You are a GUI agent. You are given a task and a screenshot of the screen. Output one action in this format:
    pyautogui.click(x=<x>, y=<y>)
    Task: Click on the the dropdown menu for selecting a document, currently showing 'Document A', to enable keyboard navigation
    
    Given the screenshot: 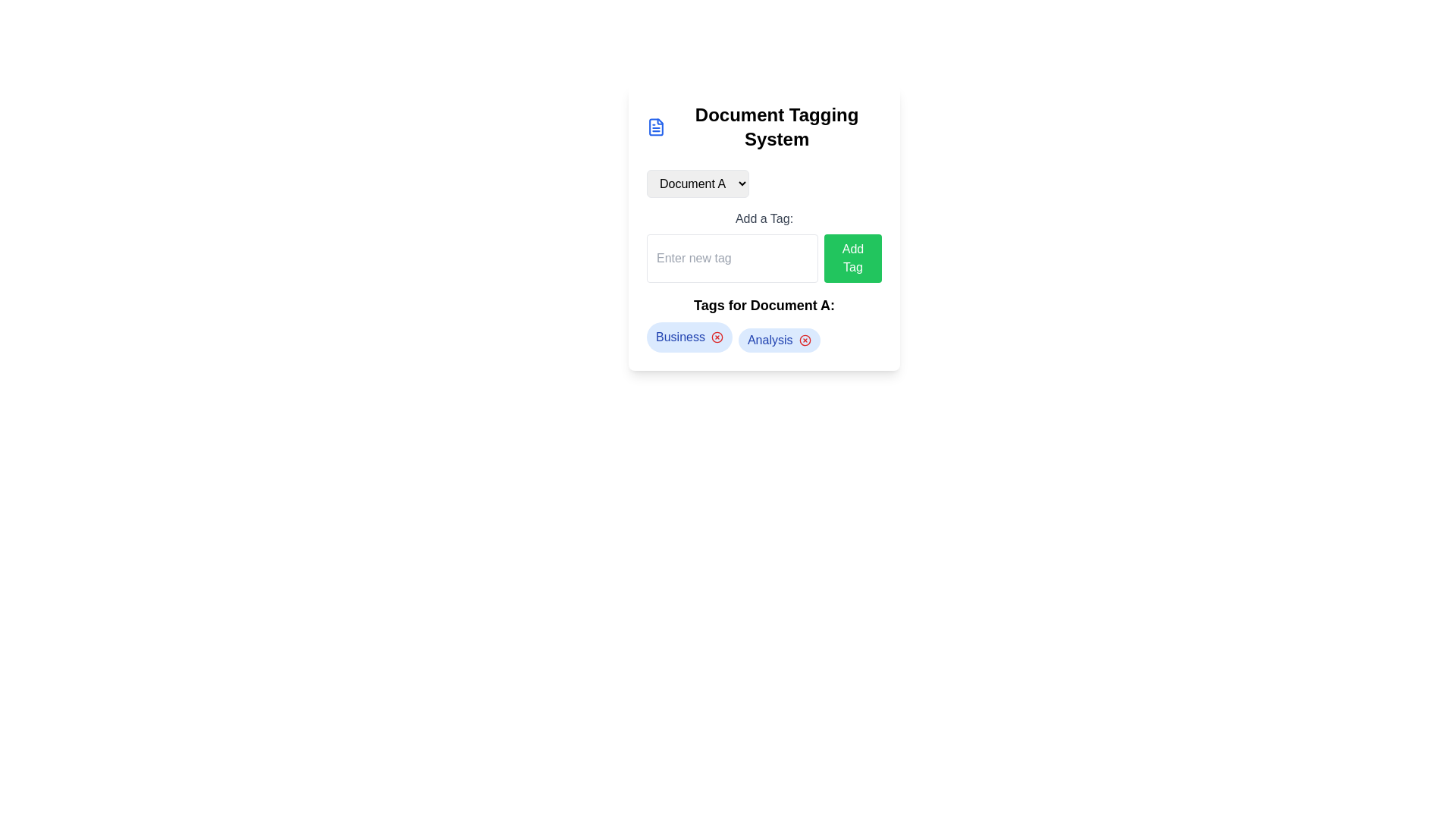 What is the action you would take?
    pyautogui.click(x=697, y=183)
    